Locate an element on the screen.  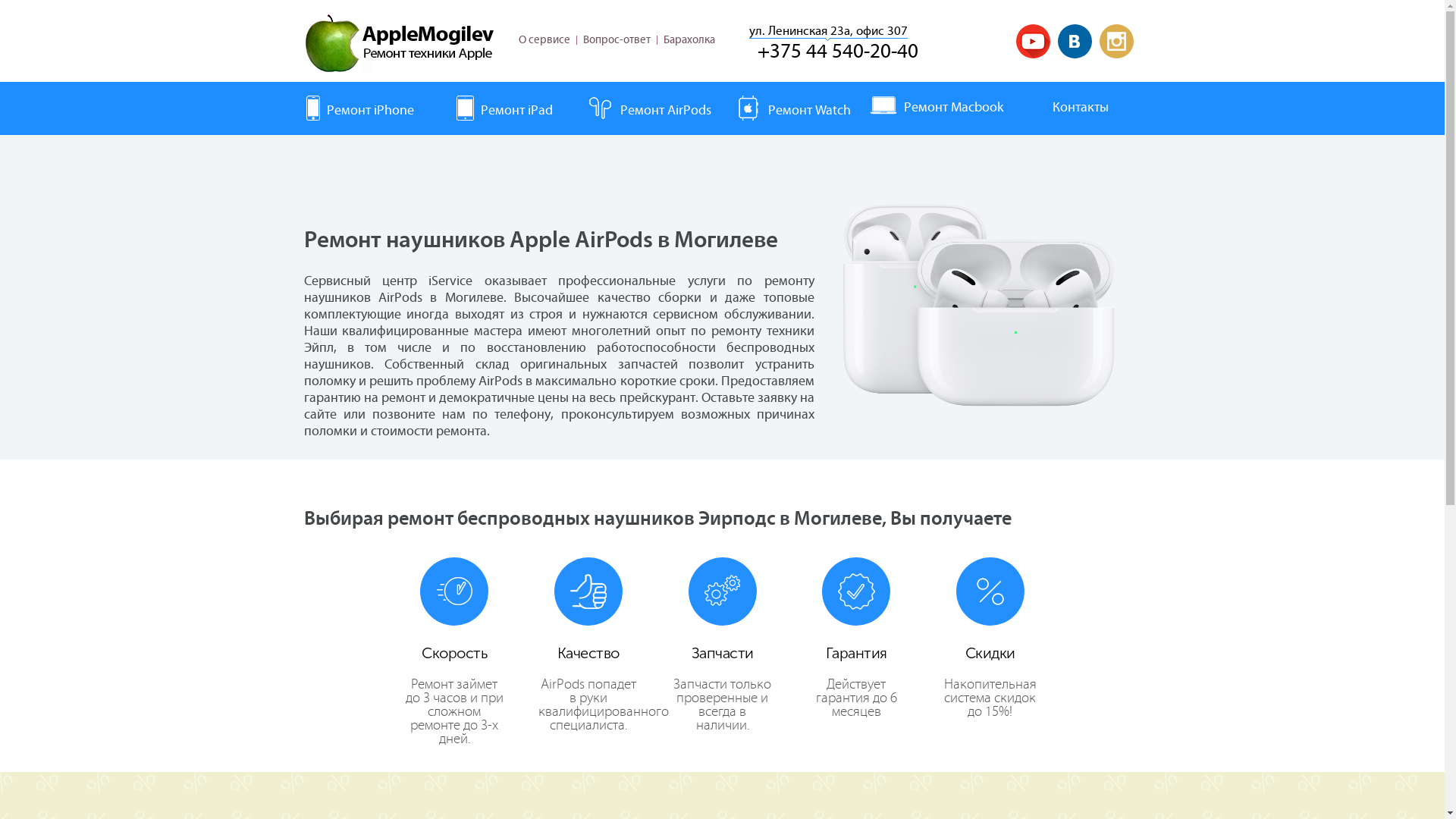
'+375 44 540-20-40' is located at coordinates (836, 51).